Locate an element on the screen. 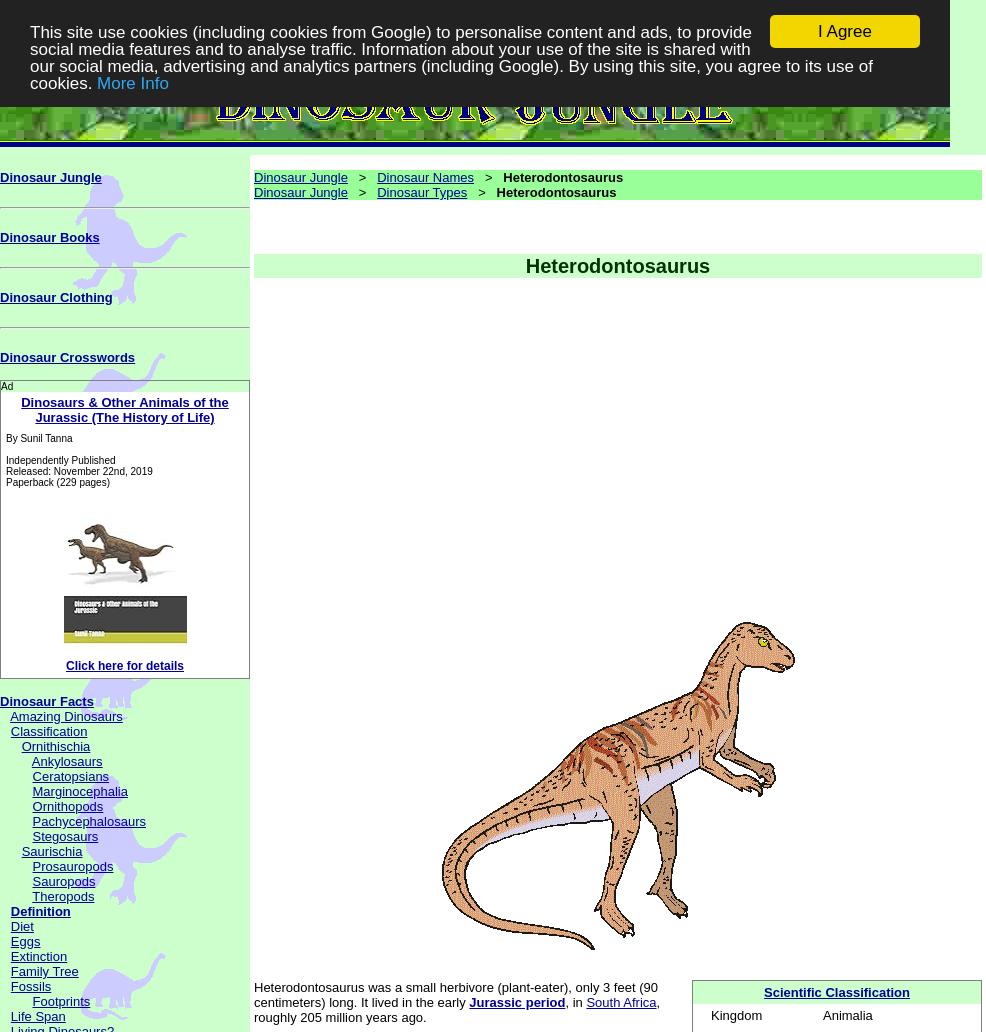 The height and width of the screenshot is (1032, 986). 'Ornithischia' is located at coordinates (54, 745).